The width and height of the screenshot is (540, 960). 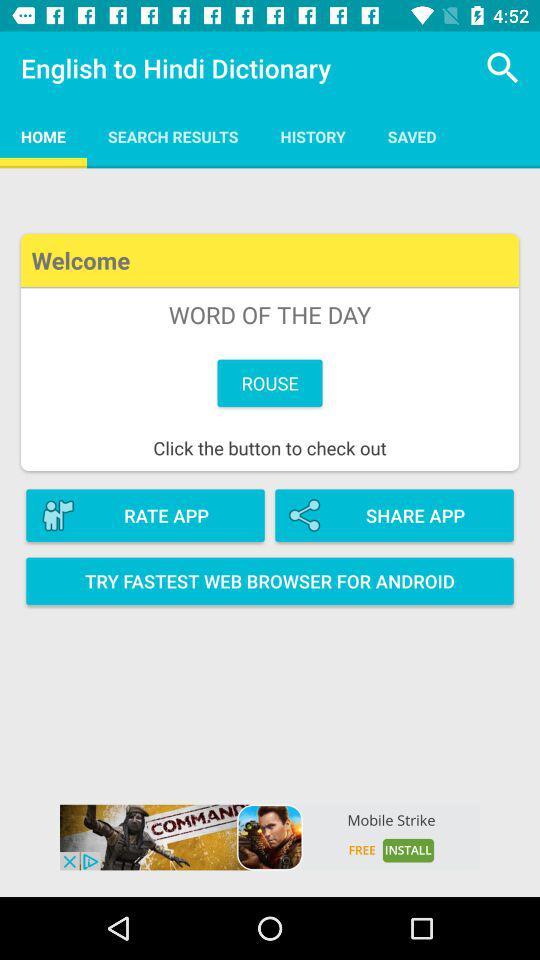 What do you see at coordinates (270, 382) in the screenshot?
I see `the text which is immediately below word of the day` at bounding box center [270, 382].